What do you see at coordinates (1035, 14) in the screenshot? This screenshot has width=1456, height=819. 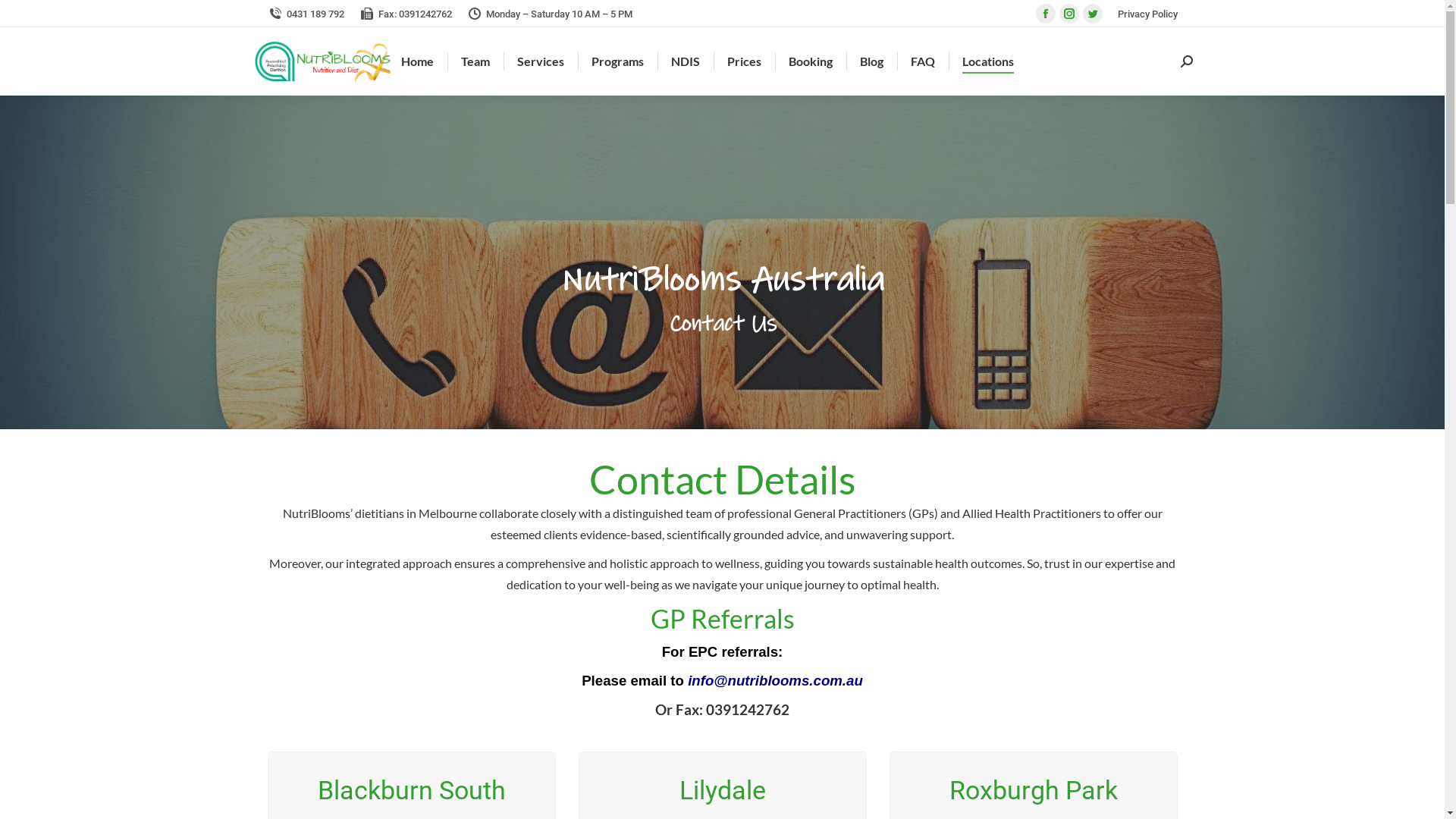 I see `'Facebook page opens in new window'` at bounding box center [1035, 14].